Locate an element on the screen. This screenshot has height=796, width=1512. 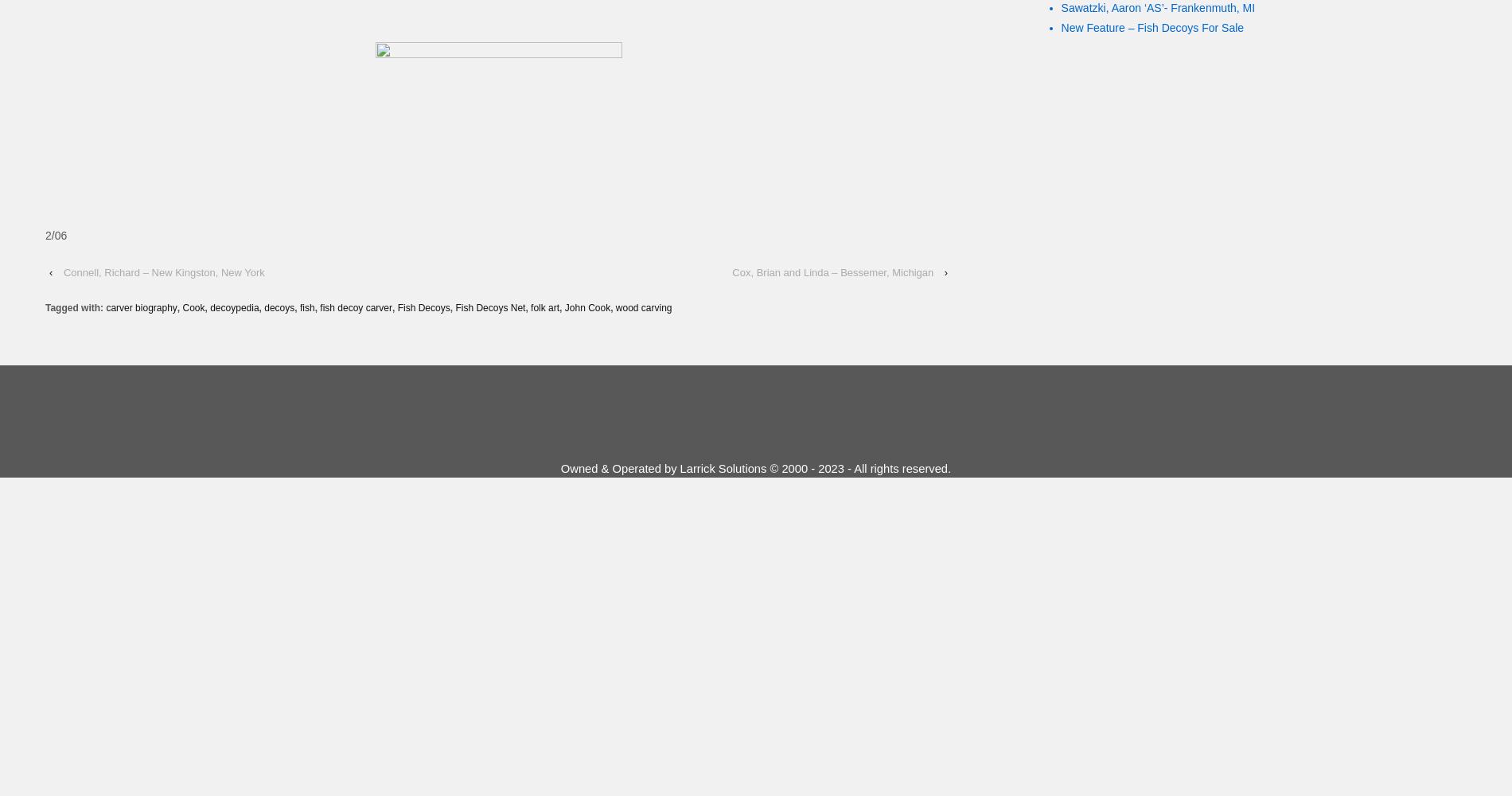
'Tagged with:' is located at coordinates (76, 308).